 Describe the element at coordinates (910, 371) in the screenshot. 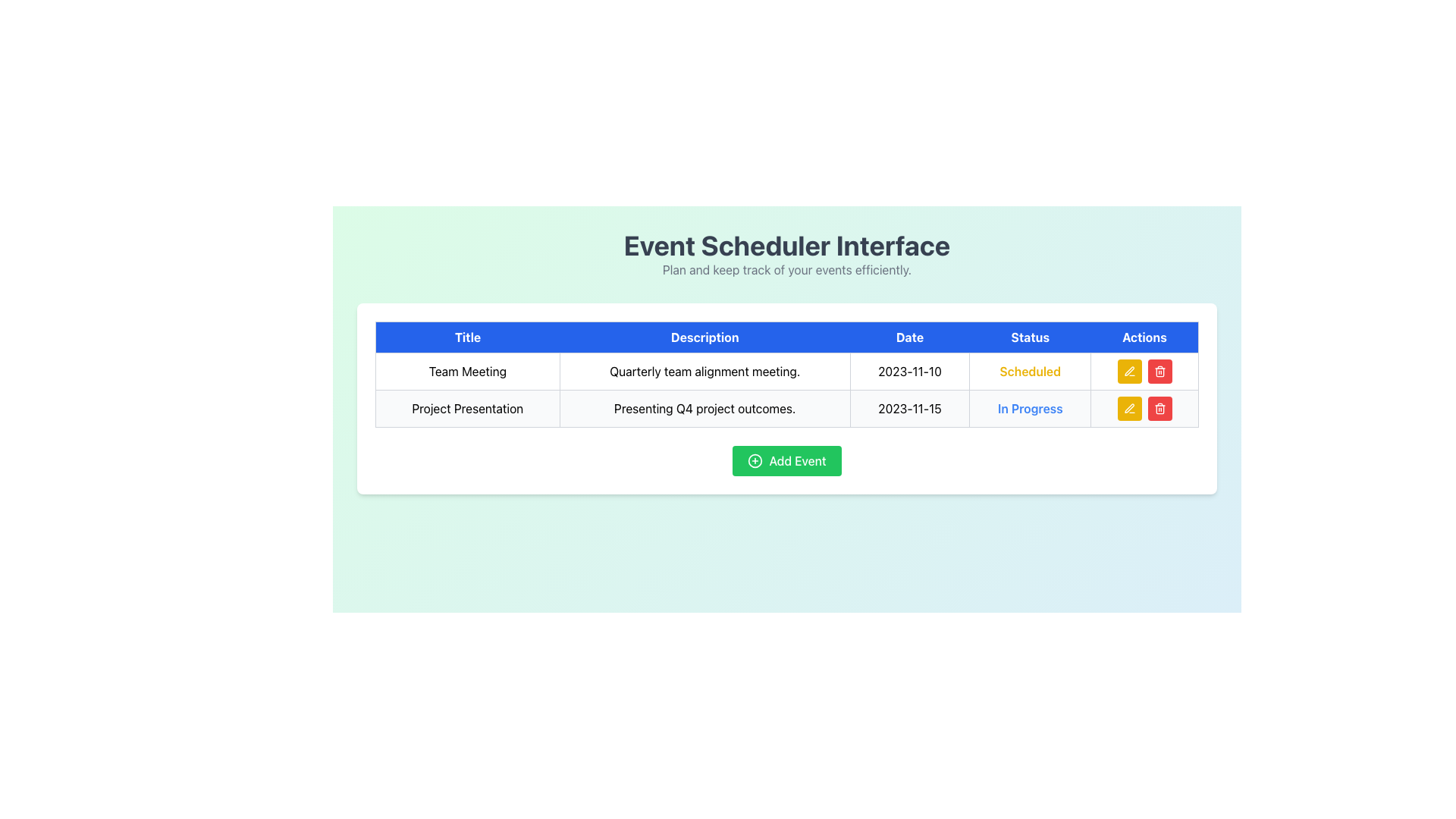

I see `the text label displaying the date '2023-11-10' in black text, which is located in the third column of the first row of a table under the 'Date' heading` at that location.